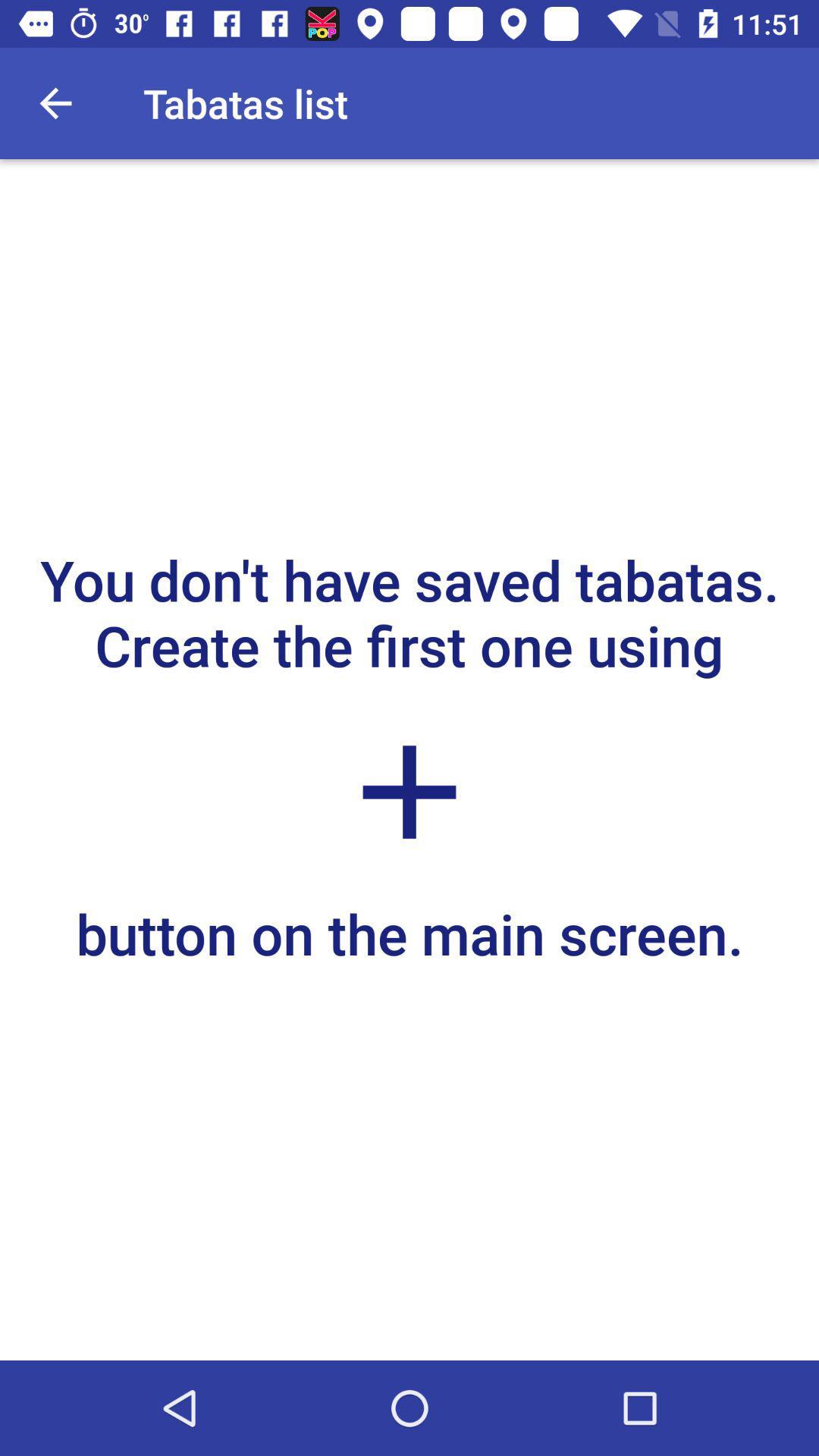  What do you see at coordinates (55, 102) in the screenshot?
I see `icon to the left of tabatas list item` at bounding box center [55, 102].